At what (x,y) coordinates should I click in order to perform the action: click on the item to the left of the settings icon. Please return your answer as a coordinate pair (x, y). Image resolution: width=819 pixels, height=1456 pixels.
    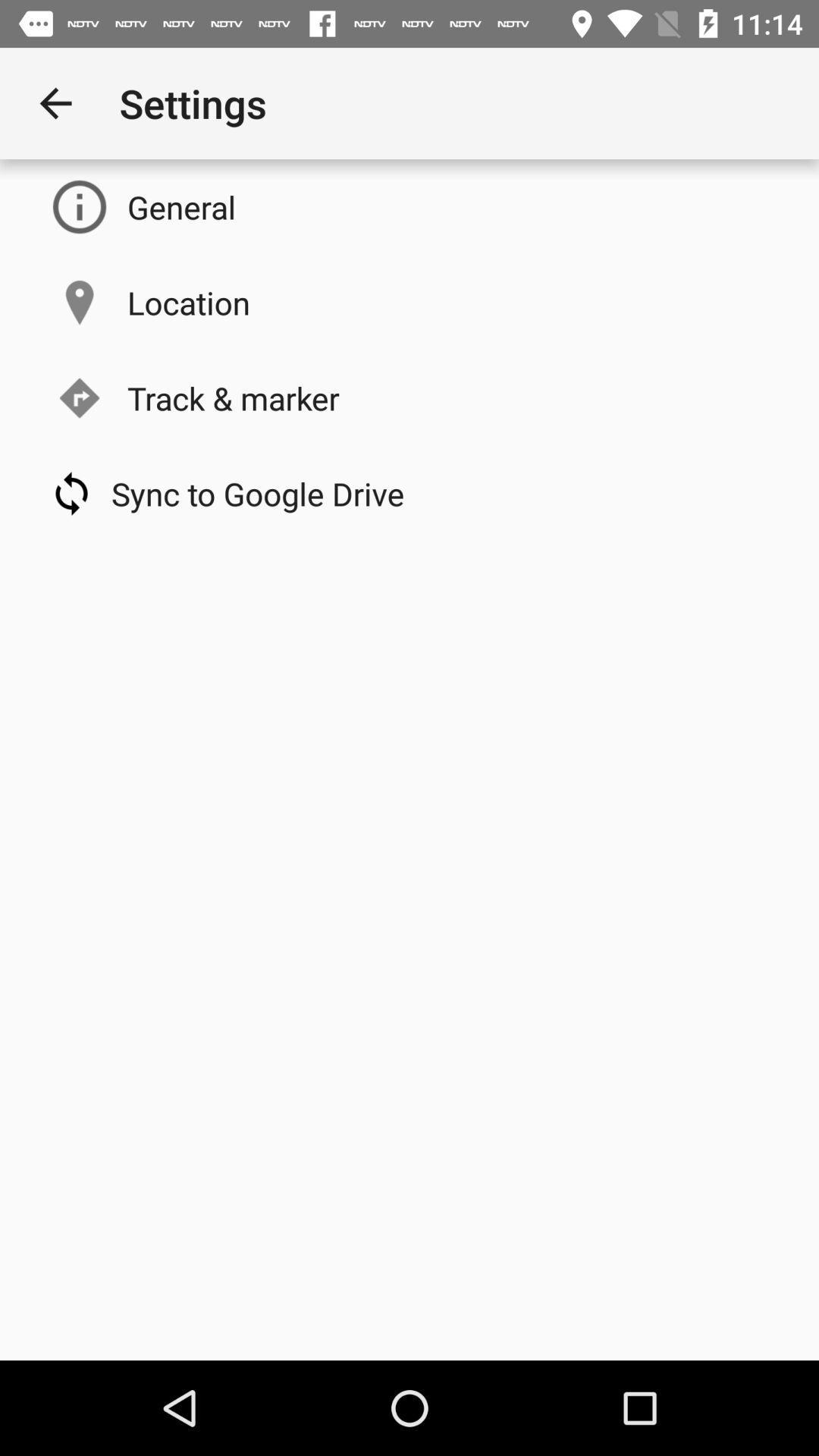
    Looking at the image, I should click on (55, 102).